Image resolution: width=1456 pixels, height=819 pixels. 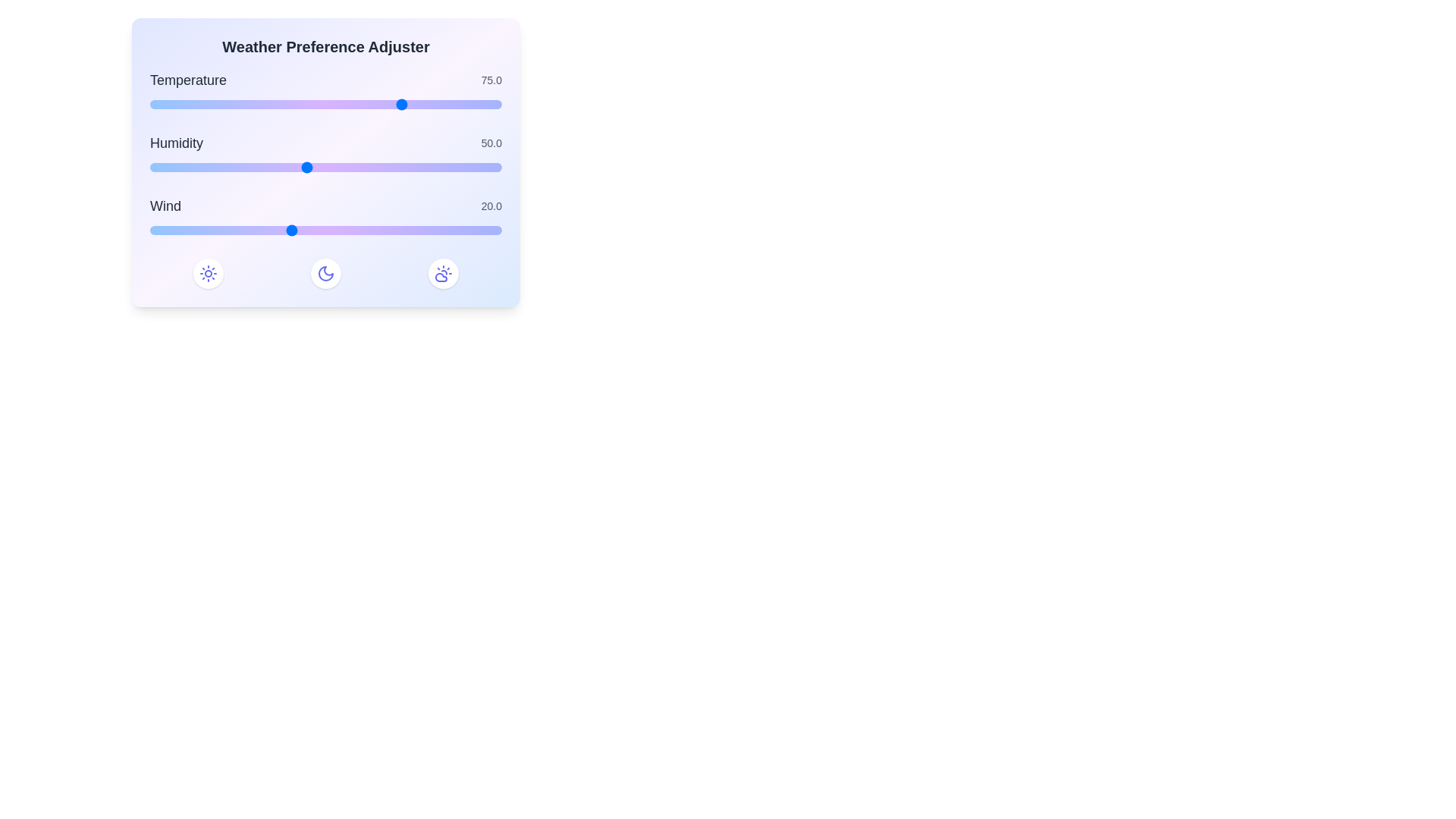 What do you see at coordinates (256, 167) in the screenshot?
I see `the humidity value` at bounding box center [256, 167].